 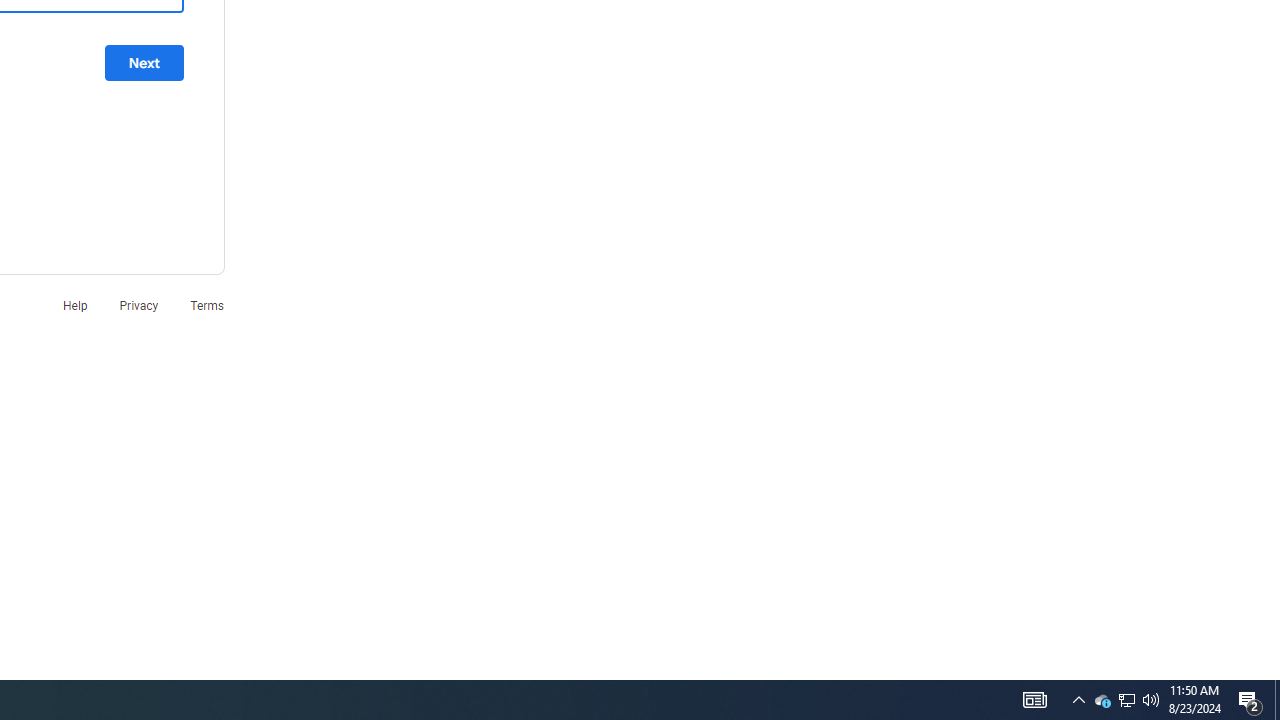 What do you see at coordinates (137, 305) in the screenshot?
I see `'Privacy'` at bounding box center [137, 305].